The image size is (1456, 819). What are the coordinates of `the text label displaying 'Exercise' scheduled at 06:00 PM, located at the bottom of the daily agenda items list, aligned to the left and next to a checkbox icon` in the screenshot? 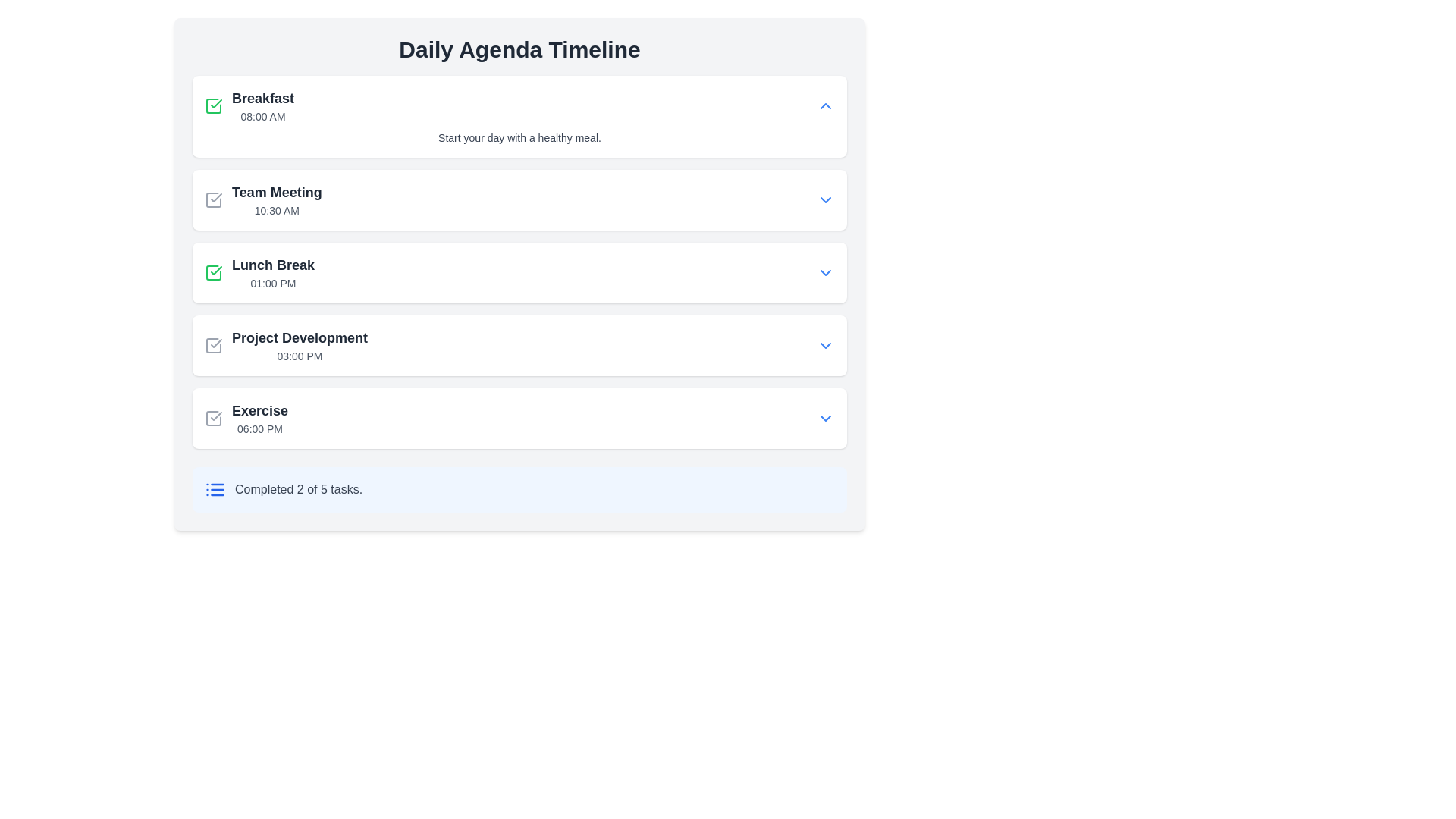 It's located at (260, 418).